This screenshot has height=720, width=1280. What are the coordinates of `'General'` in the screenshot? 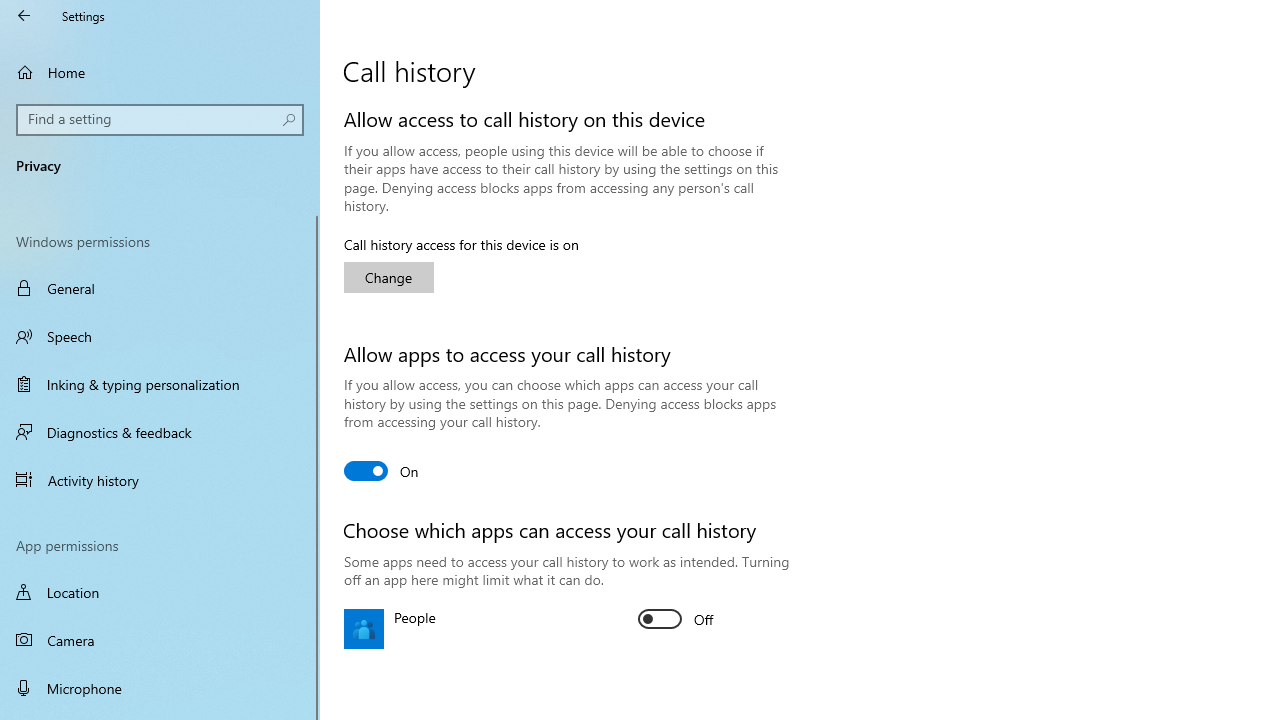 It's located at (160, 288).